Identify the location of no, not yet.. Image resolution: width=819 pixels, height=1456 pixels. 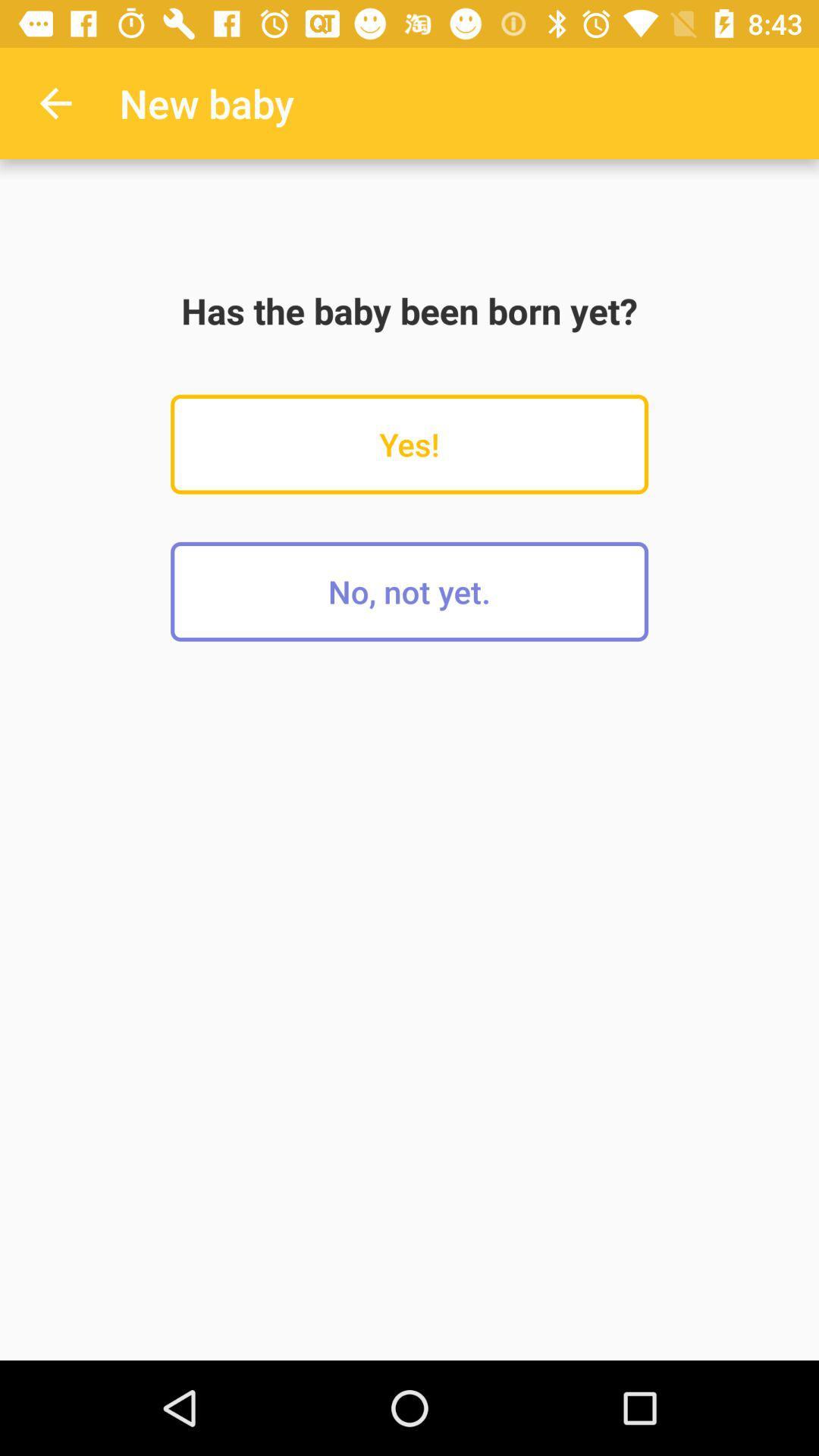
(409, 591).